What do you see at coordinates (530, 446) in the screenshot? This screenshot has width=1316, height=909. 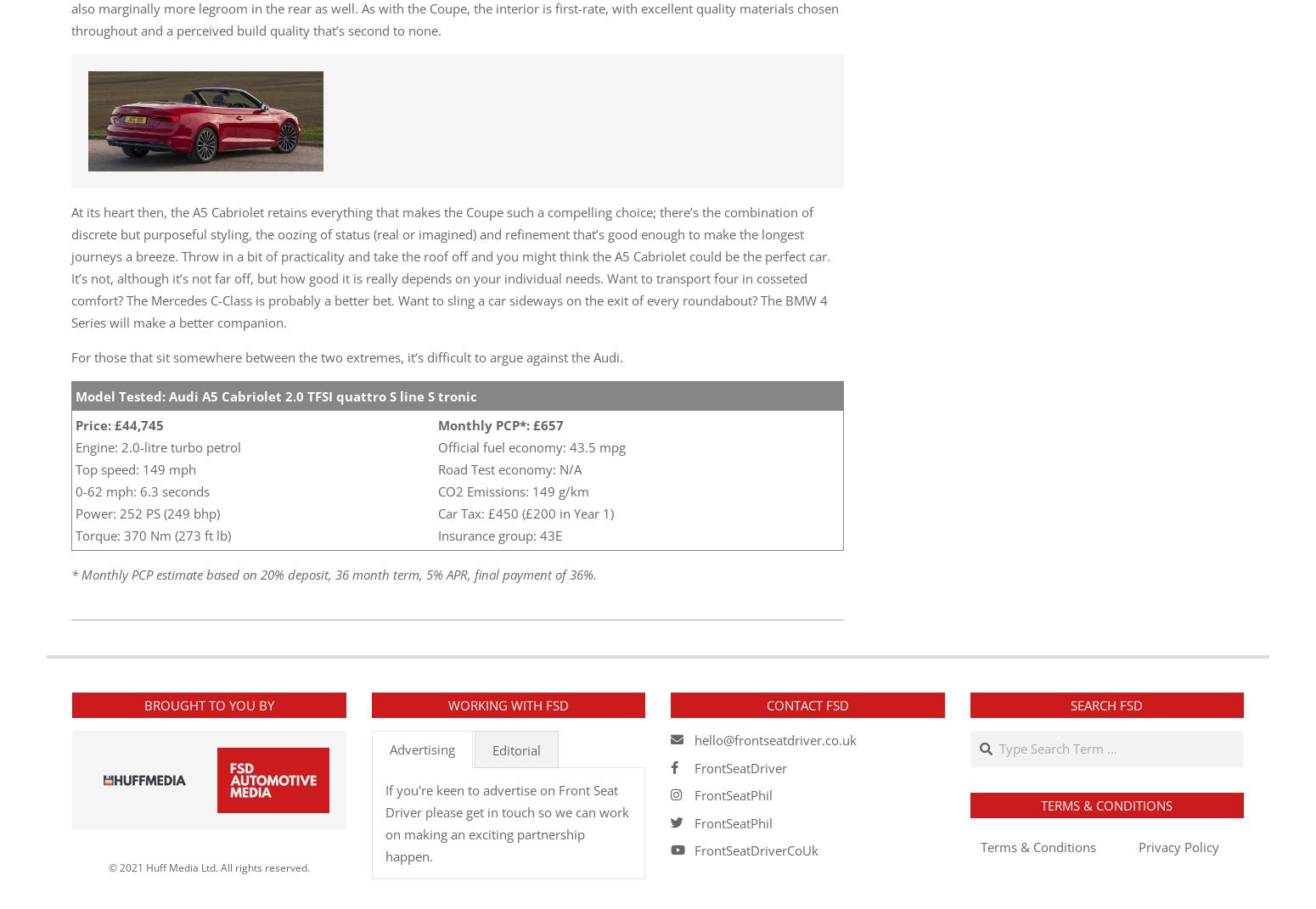 I see `'Official fuel economy: 43.5 mpg'` at bounding box center [530, 446].